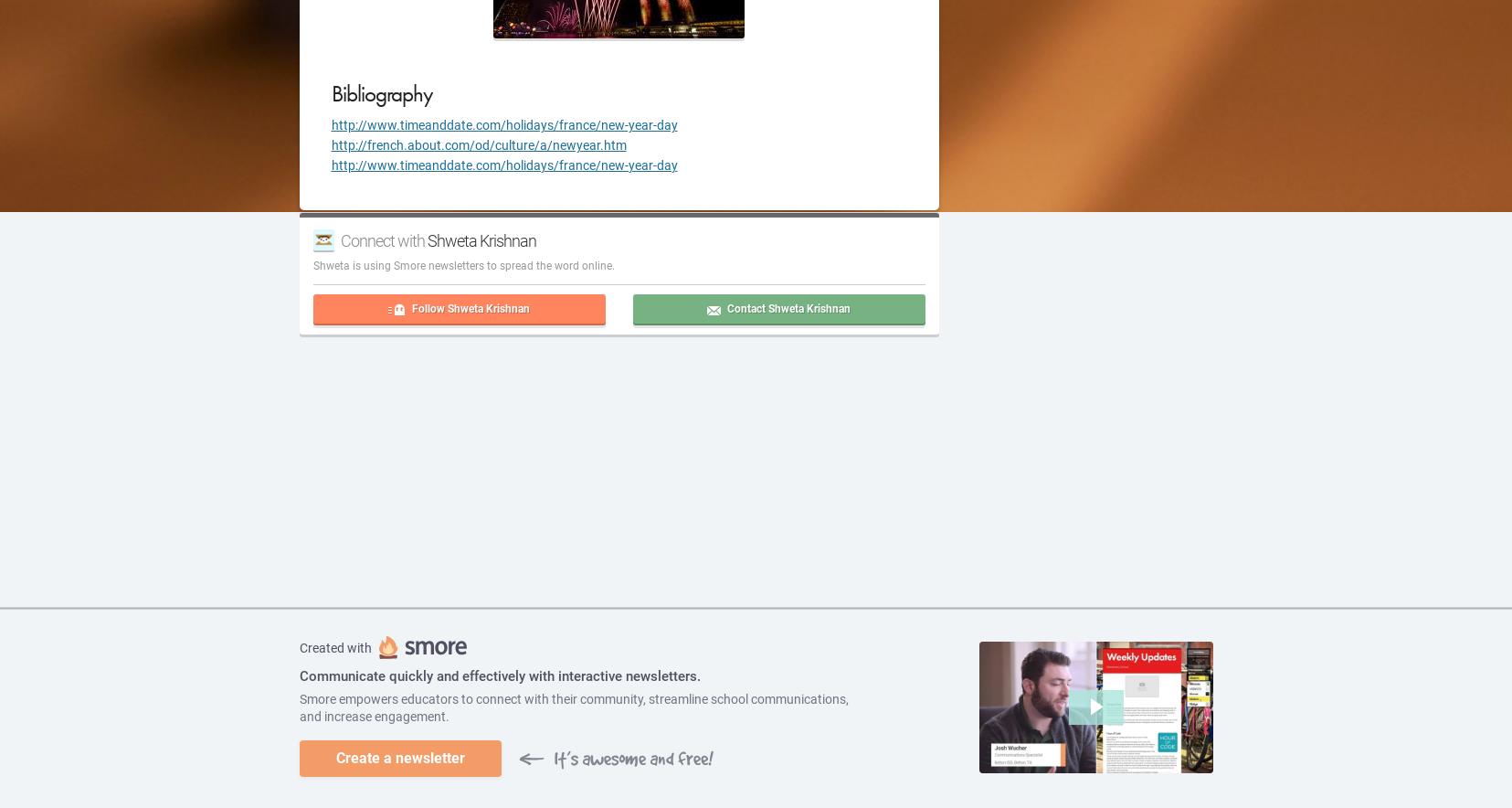 This screenshot has width=1512, height=808. Describe the element at coordinates (334, 646) in the screenshot. I see `'Created with'` at that location.